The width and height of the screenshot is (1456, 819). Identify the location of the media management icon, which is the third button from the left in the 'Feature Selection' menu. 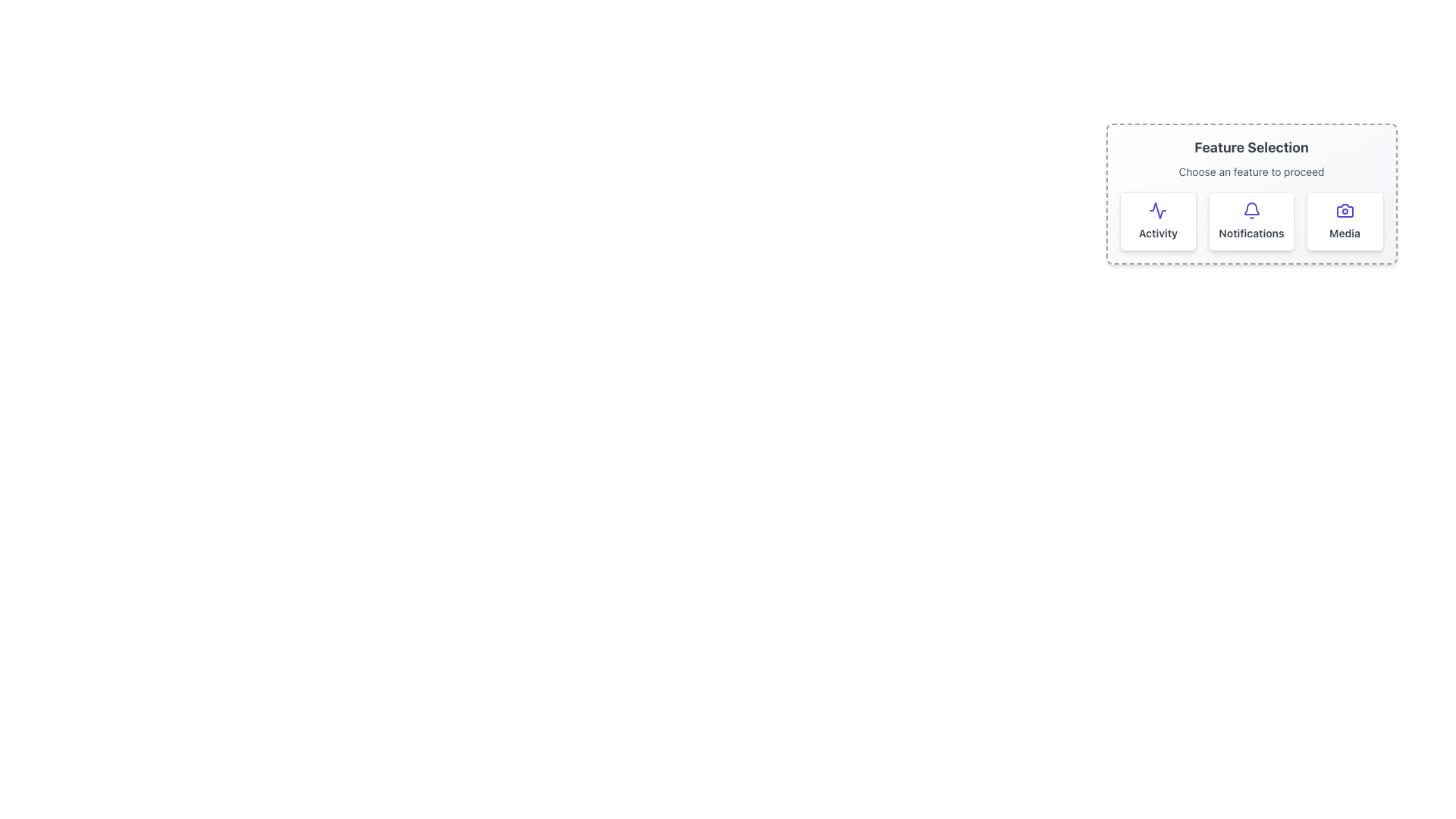
(1345, 210).